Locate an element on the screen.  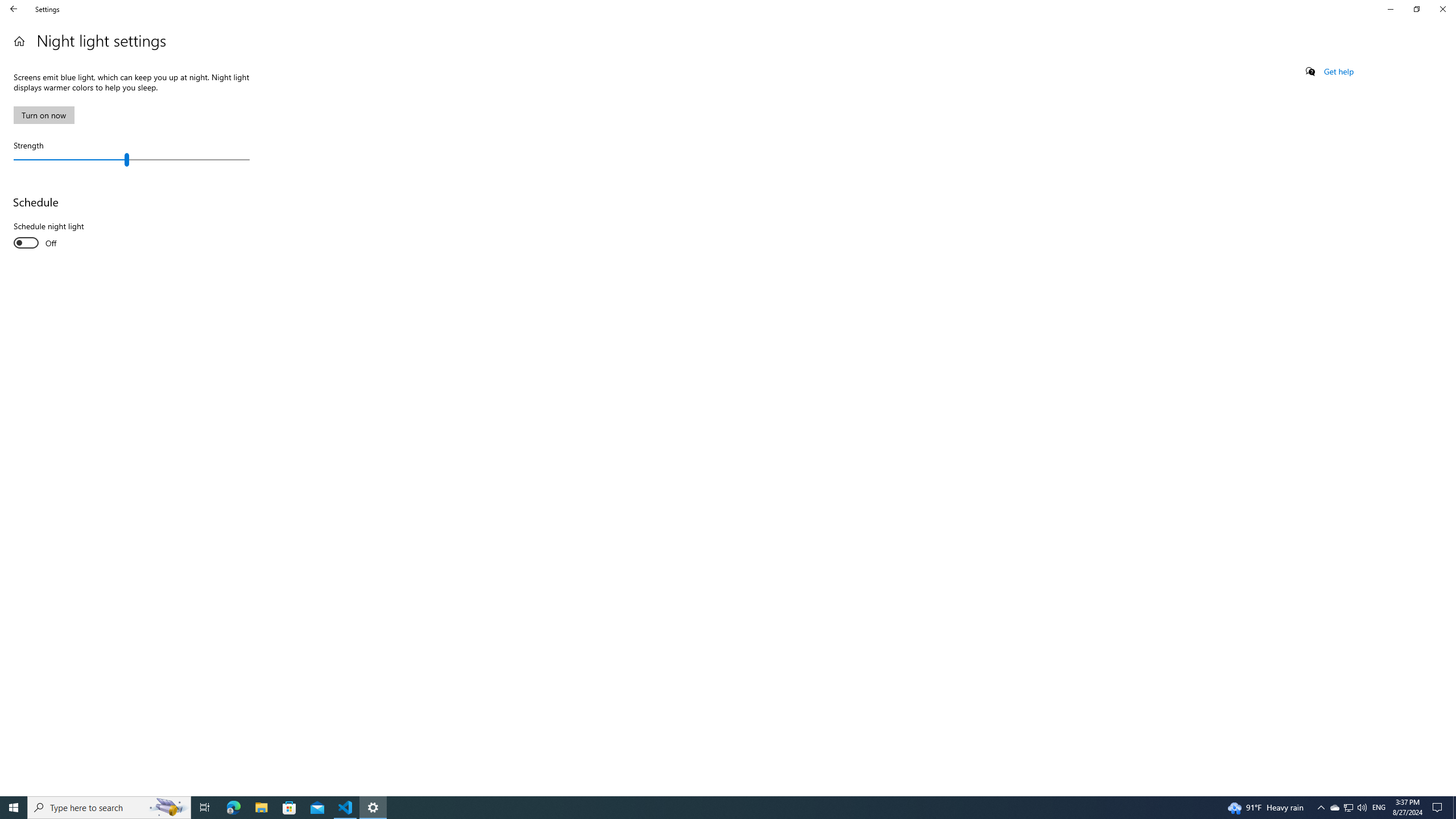
'Settings - 1 running window' is located at coordinates (373, 806).